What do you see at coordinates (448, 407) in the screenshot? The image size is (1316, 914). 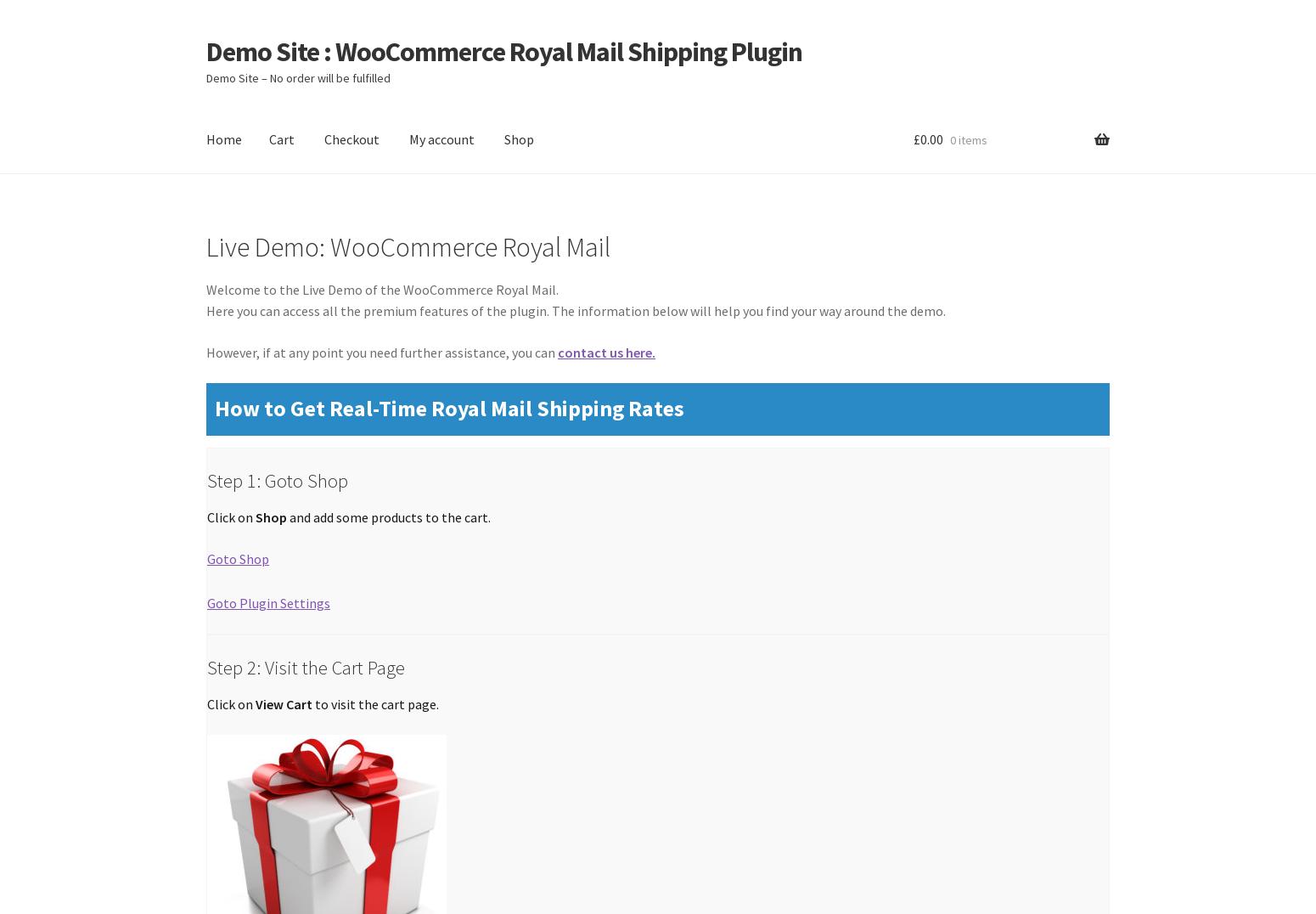 I see `'How to Get Real-Time Royal Mail Shipping Rates'` at bounding box center [448, 407].